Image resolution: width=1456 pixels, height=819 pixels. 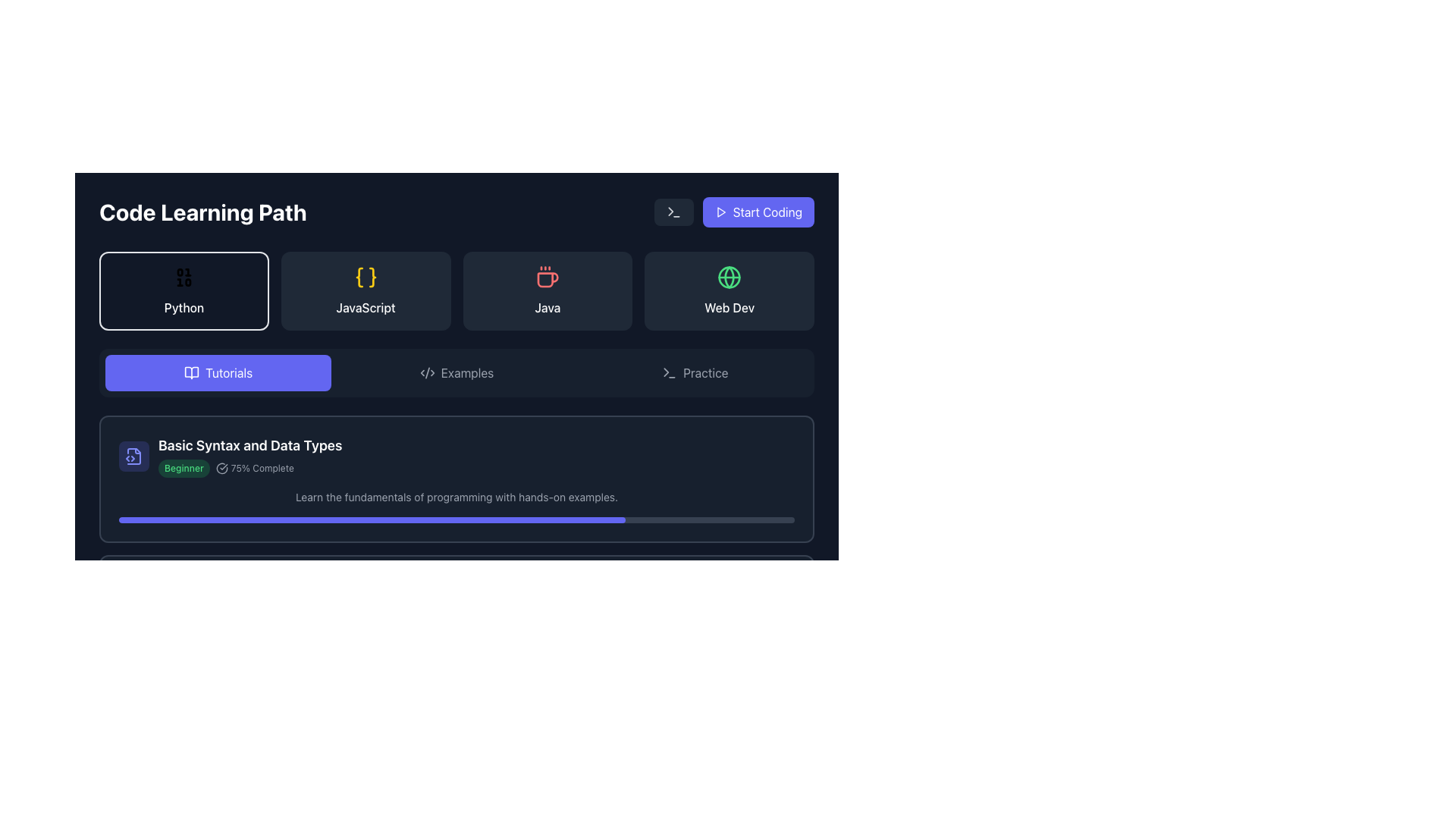 What do you see at coordinates (767, 212) in the screenshot?
I see `the text label of the interactive button located at the top right of the interface to initiate a coding activity` at bounding box center [767, 212].